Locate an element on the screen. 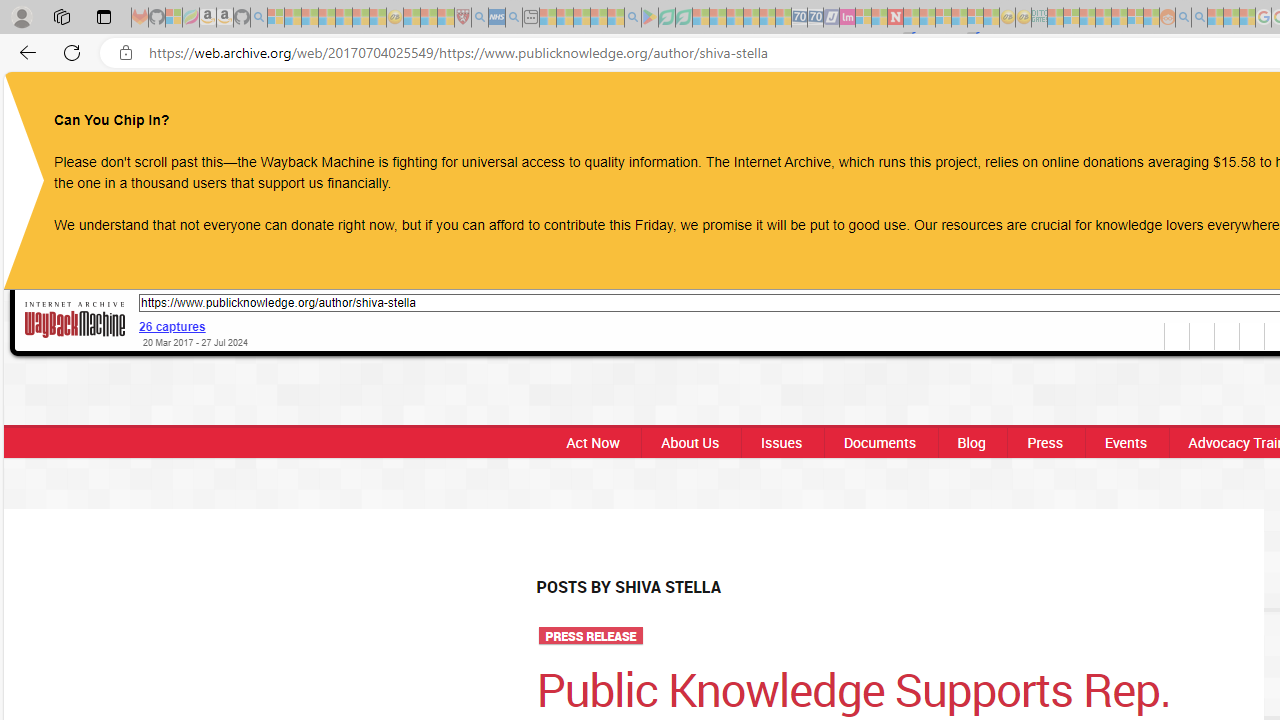  'Blog' is located at coordinates (970, 441).